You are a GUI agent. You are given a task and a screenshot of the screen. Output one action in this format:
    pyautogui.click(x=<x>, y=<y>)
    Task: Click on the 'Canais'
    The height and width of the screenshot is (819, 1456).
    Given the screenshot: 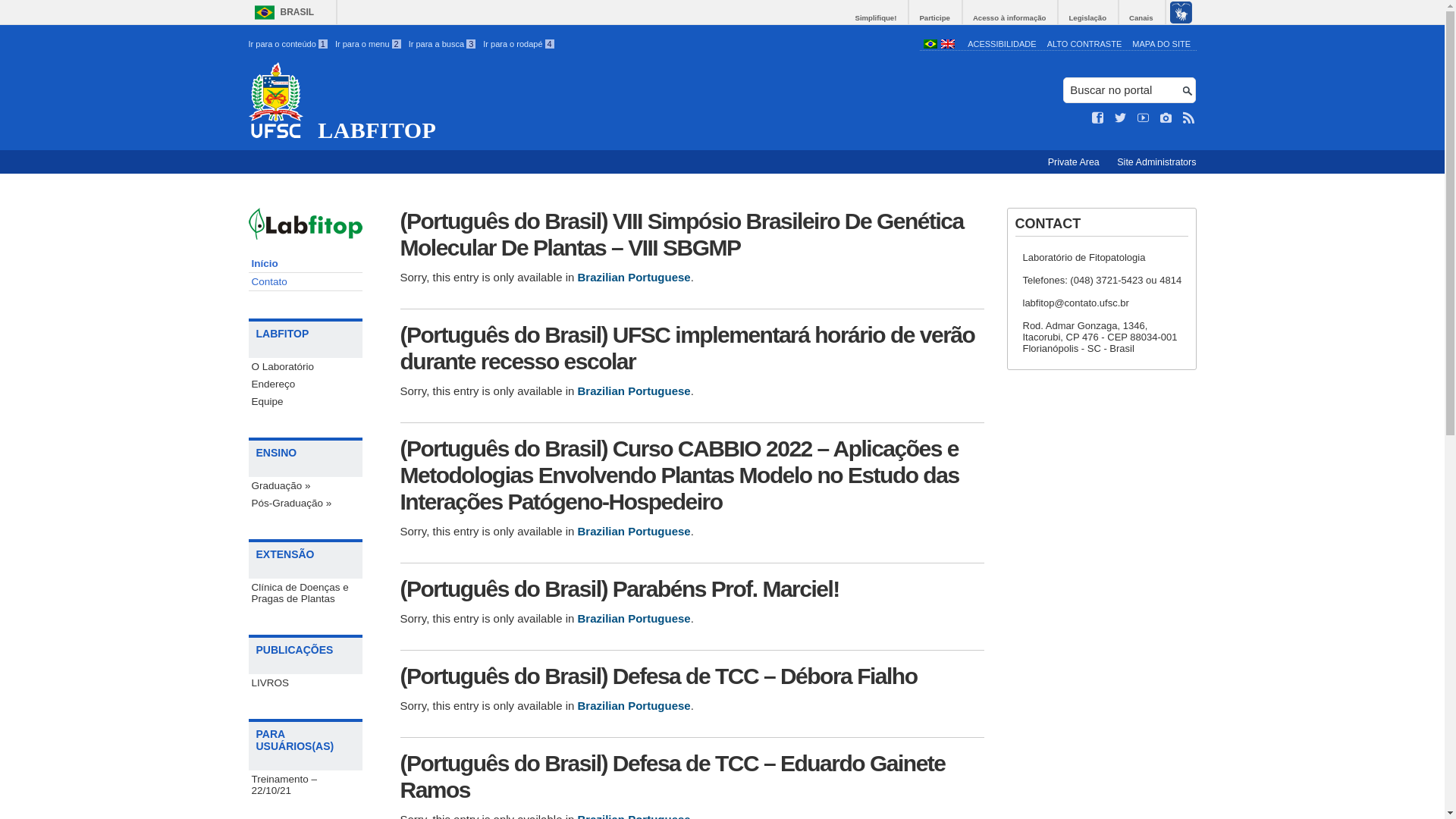 What is the action you would take?
    pyautogui.click(x=1141, y=17)
    